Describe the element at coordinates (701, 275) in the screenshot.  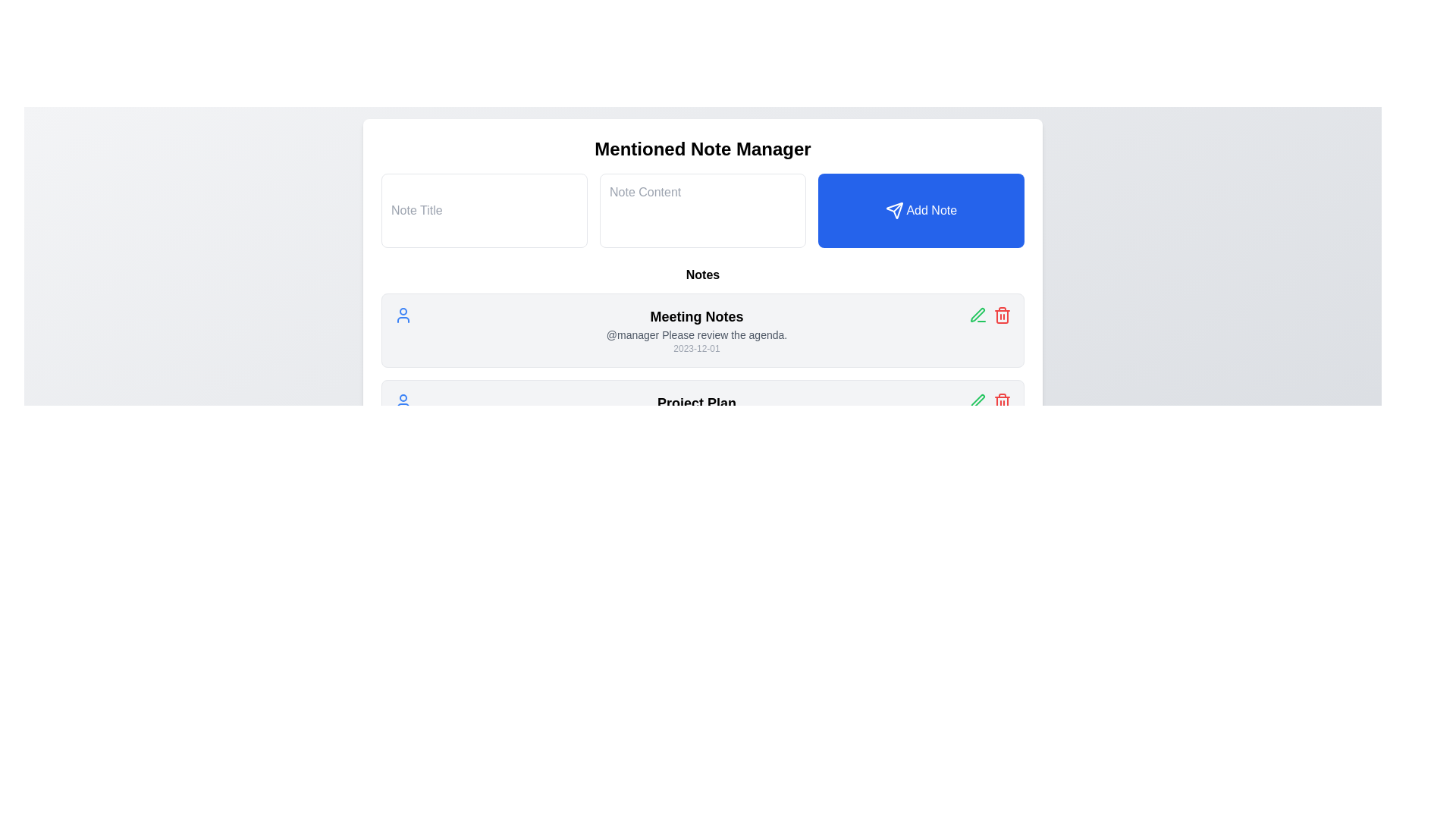
I see `the header element that serves as a title for the notes section, which is centrally aligned and positioned above the list of note entries` at that location.